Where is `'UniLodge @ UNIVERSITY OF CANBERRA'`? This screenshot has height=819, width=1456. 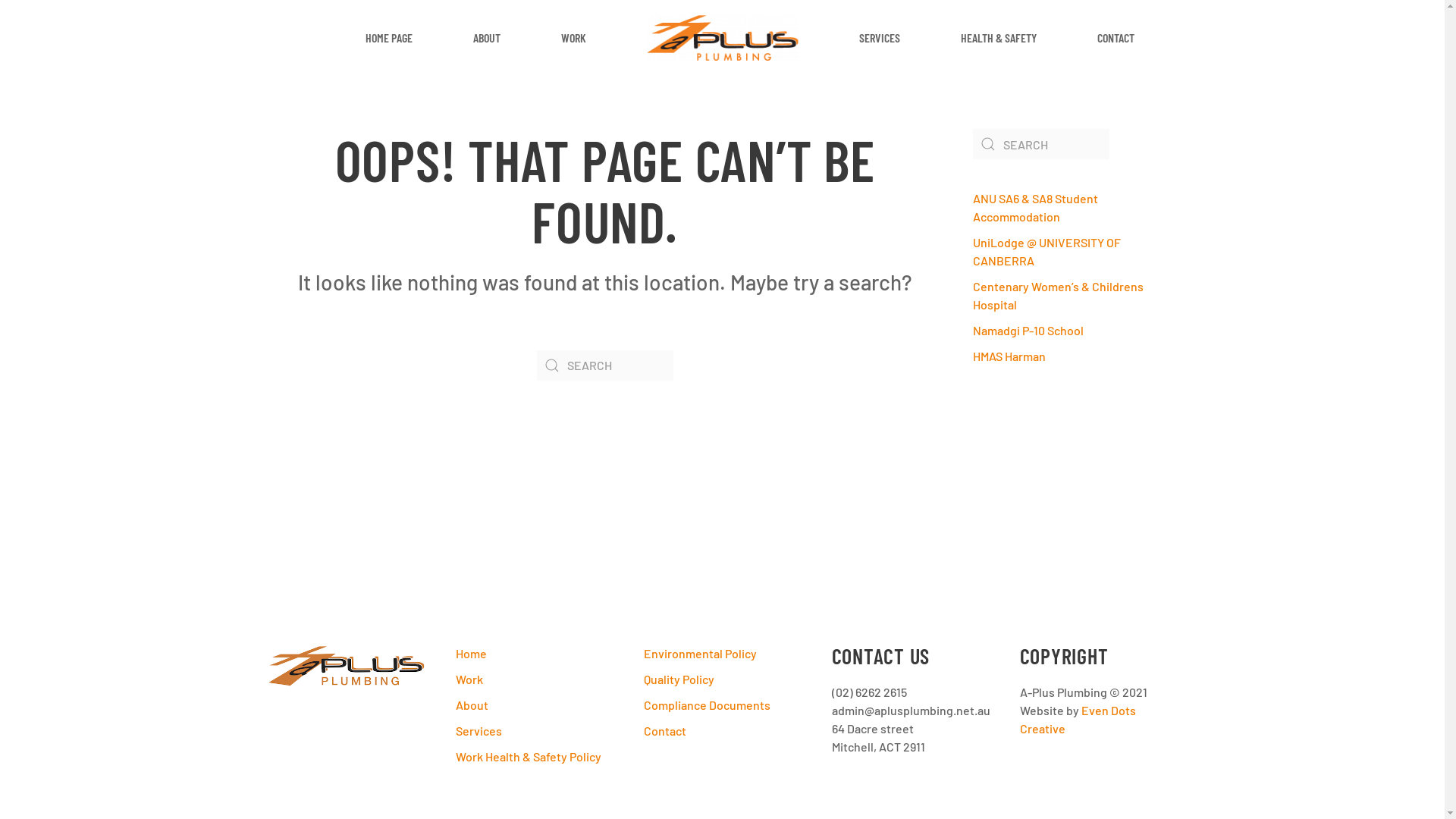
'UniLodge @ UNIVERSITY OF CANBERRA' is located at coordinates (1045, 250).